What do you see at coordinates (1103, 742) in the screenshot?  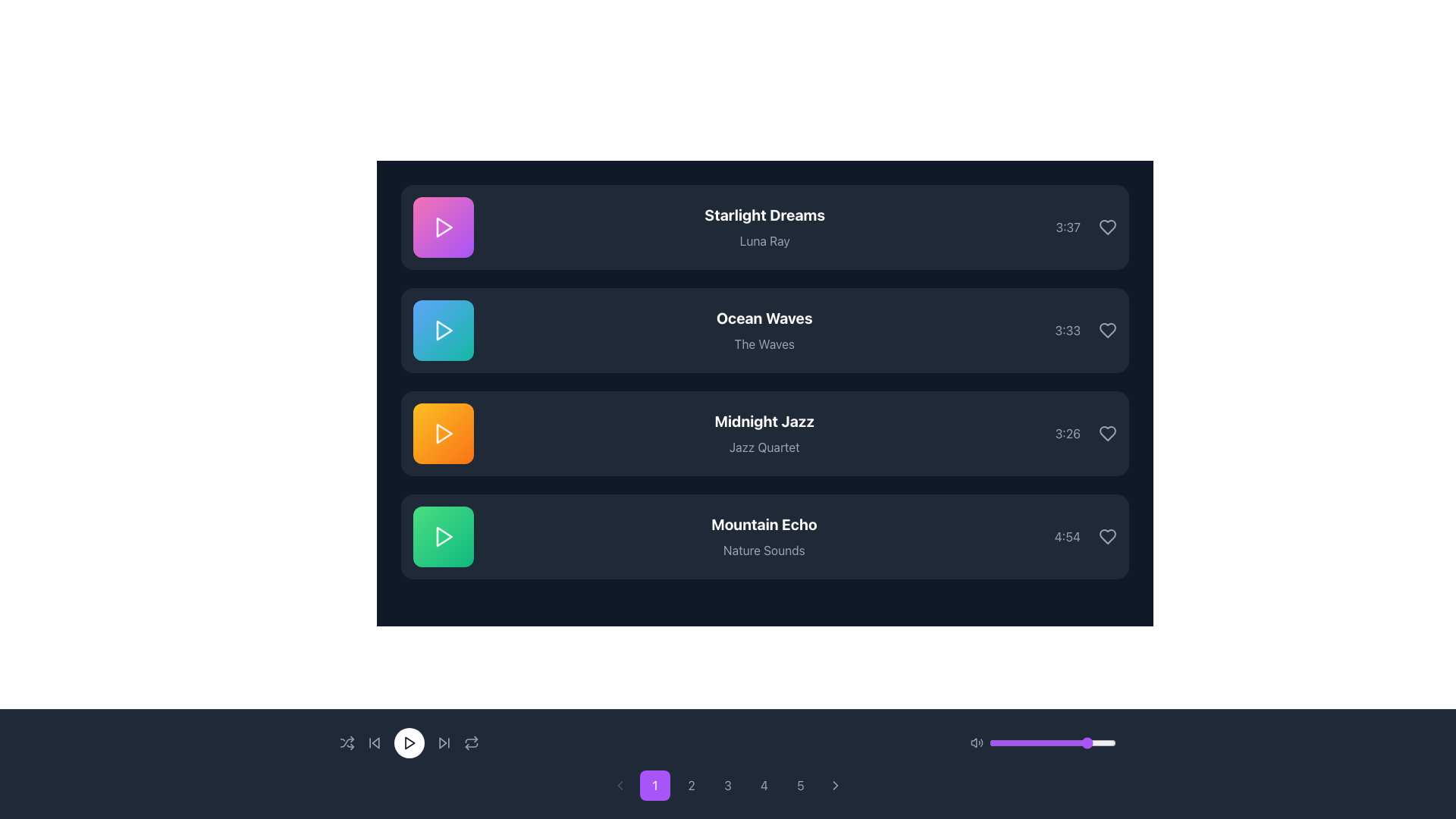 I see `the volume` at bounding box center [1103, 742].